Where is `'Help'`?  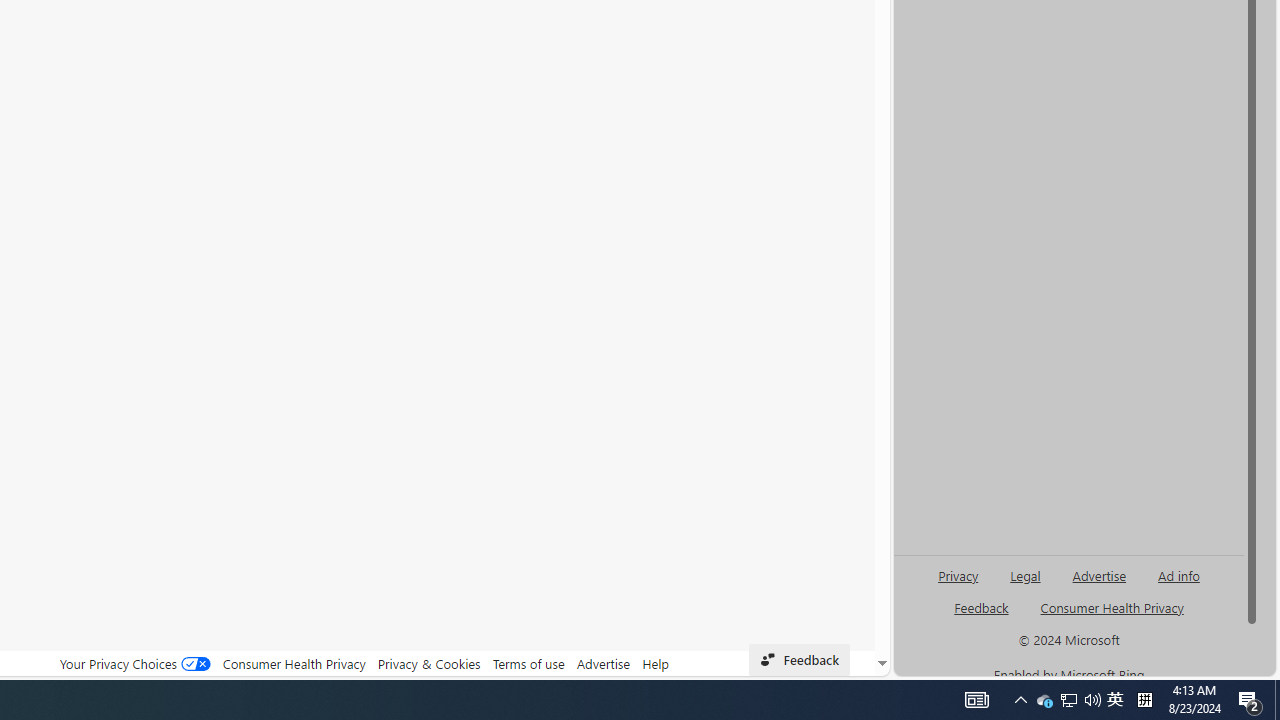 'Help' is located at coordinates (656, 663).